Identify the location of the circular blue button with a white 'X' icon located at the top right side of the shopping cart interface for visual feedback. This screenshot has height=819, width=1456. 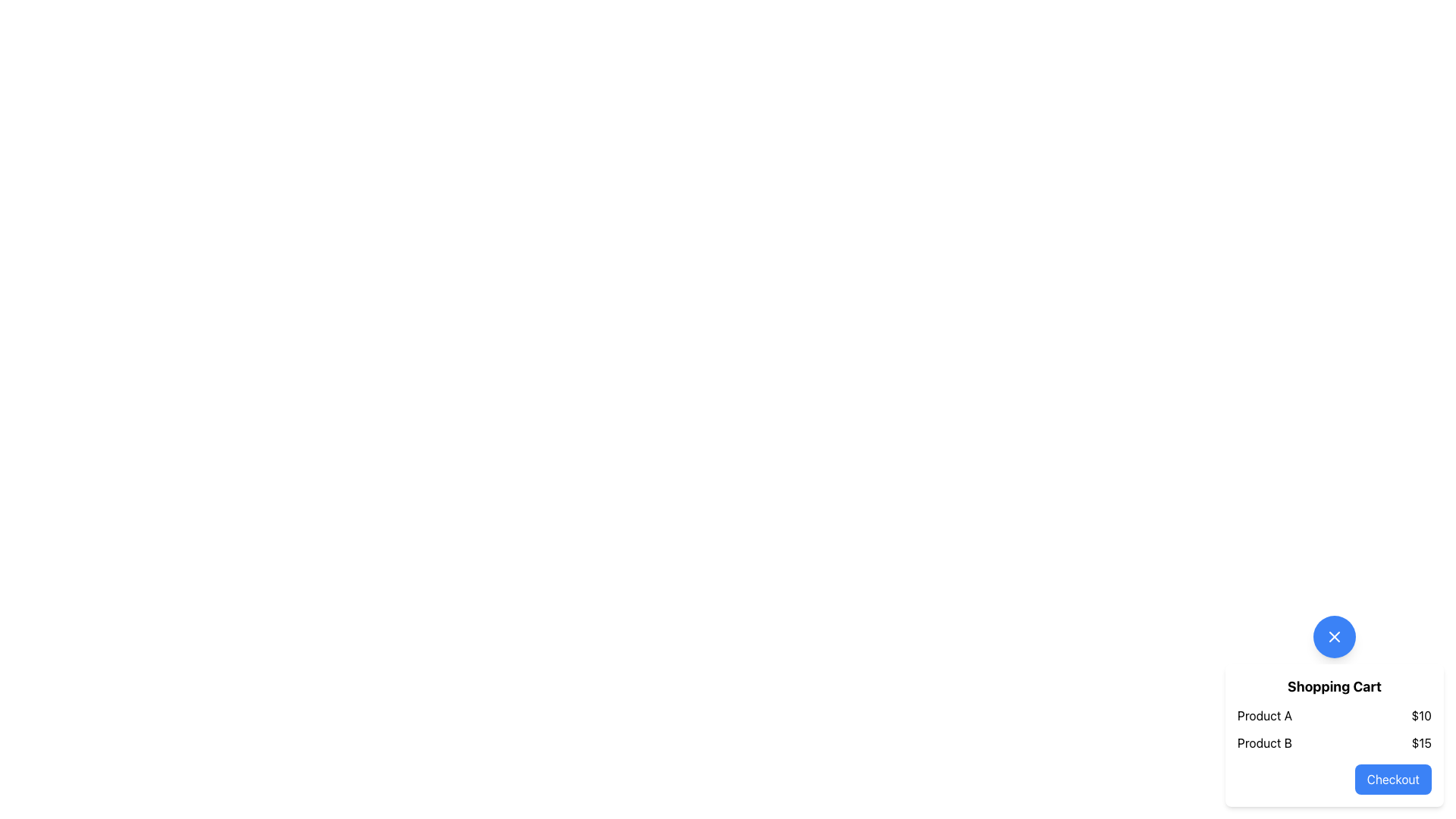
(1335, 637).